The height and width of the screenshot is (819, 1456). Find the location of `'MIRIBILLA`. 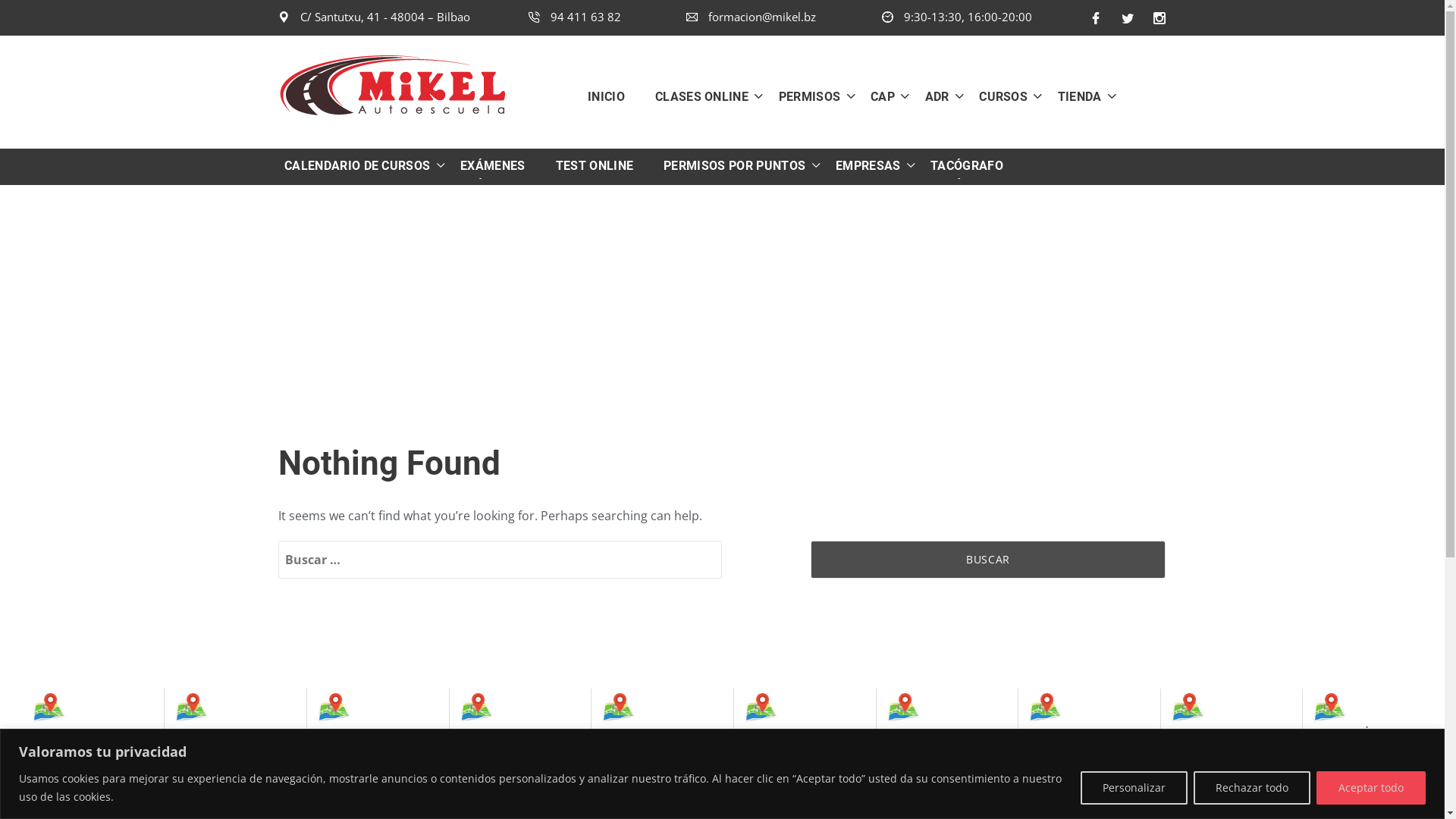

'MIRIBILLA is located at coordinates (510, 739).